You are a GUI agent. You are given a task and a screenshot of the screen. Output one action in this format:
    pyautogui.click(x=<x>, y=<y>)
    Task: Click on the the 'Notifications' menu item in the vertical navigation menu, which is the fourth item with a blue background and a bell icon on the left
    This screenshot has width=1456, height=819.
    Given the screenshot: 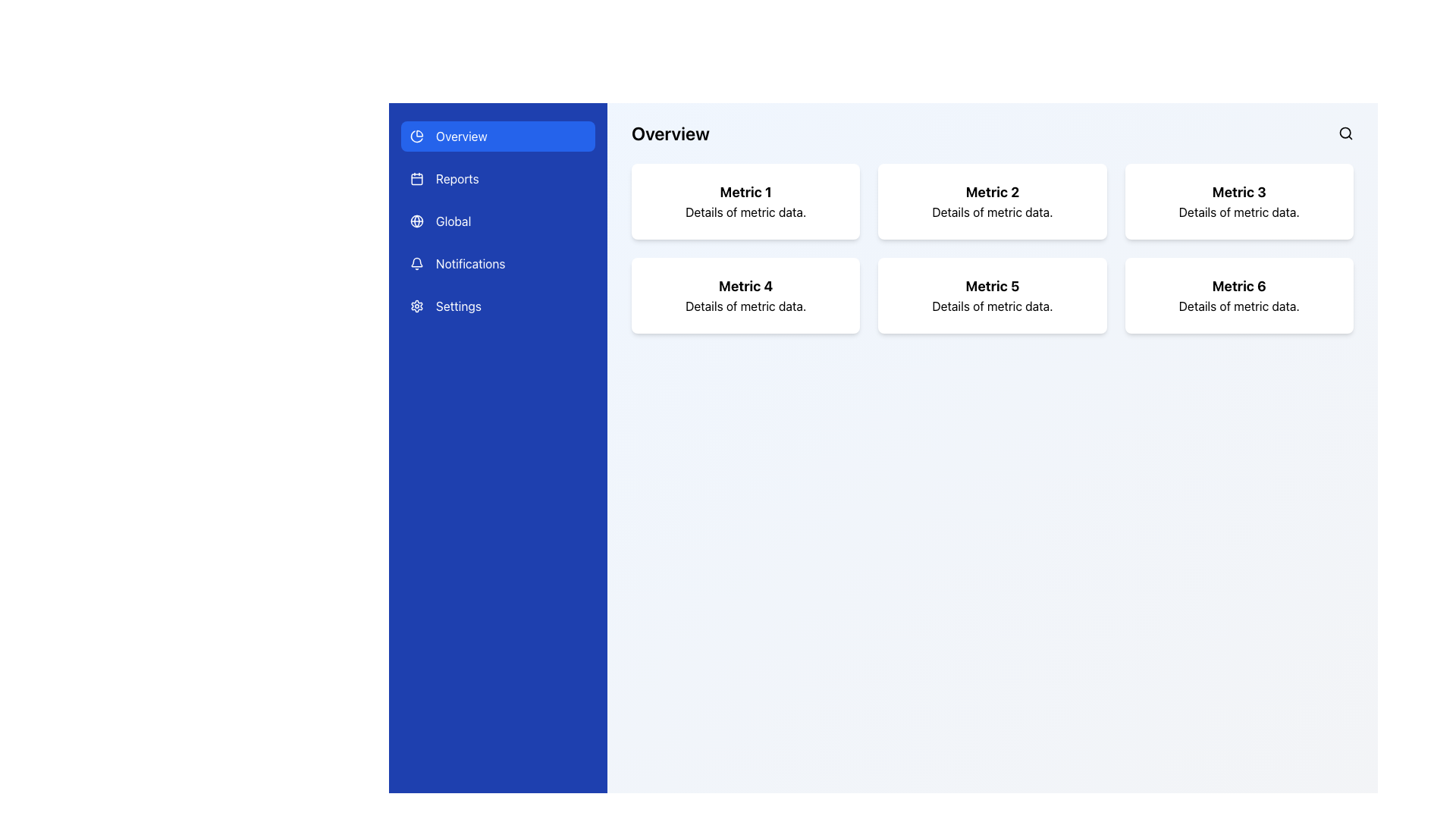 What is the action you would take?
    pyautogui.click(x=498, y=262)
    